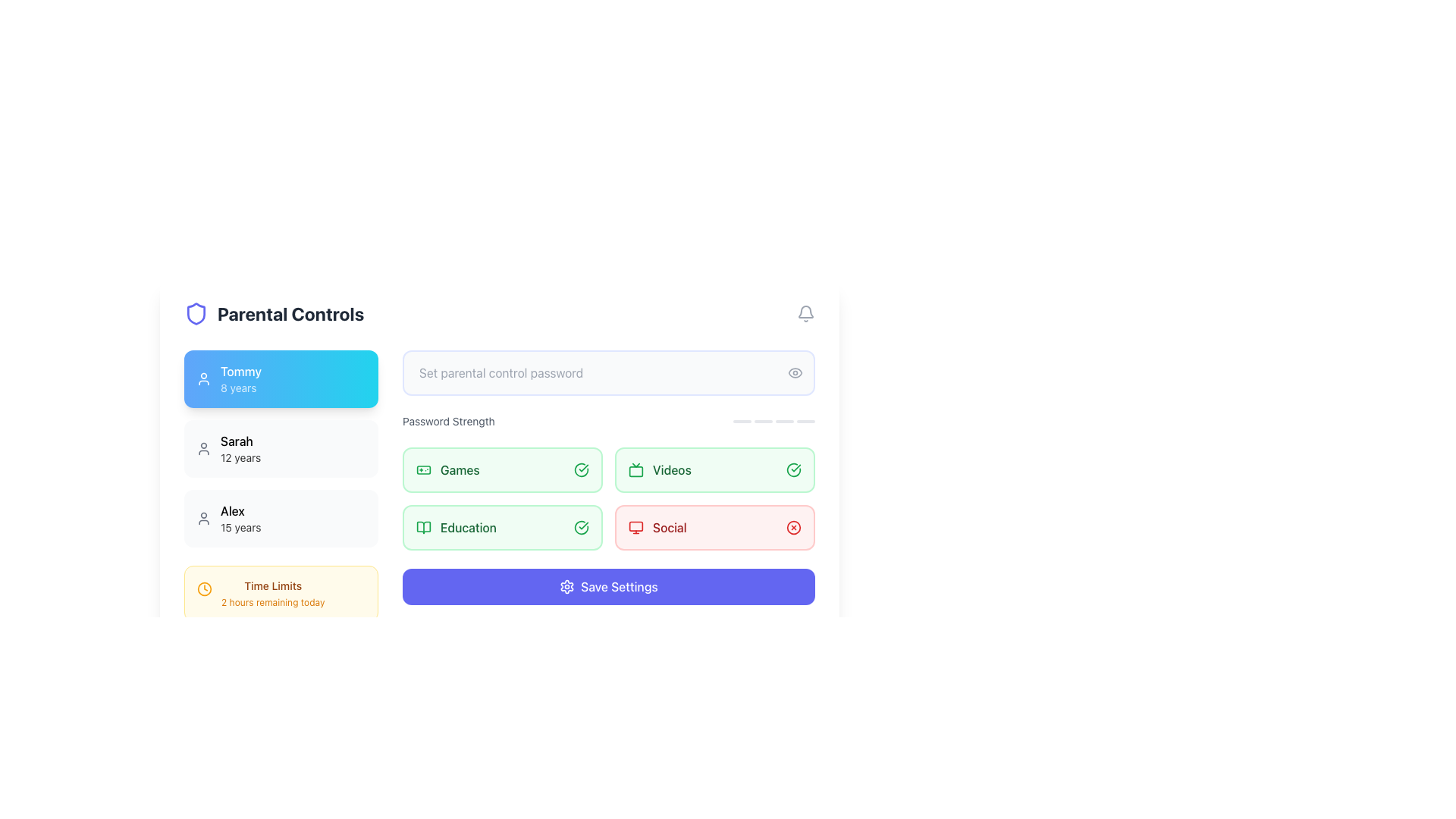  Describe the element at coordinates (608, 421) in the screenshot. I see `the Password Strength meter located below the parental control password input field` at that location.